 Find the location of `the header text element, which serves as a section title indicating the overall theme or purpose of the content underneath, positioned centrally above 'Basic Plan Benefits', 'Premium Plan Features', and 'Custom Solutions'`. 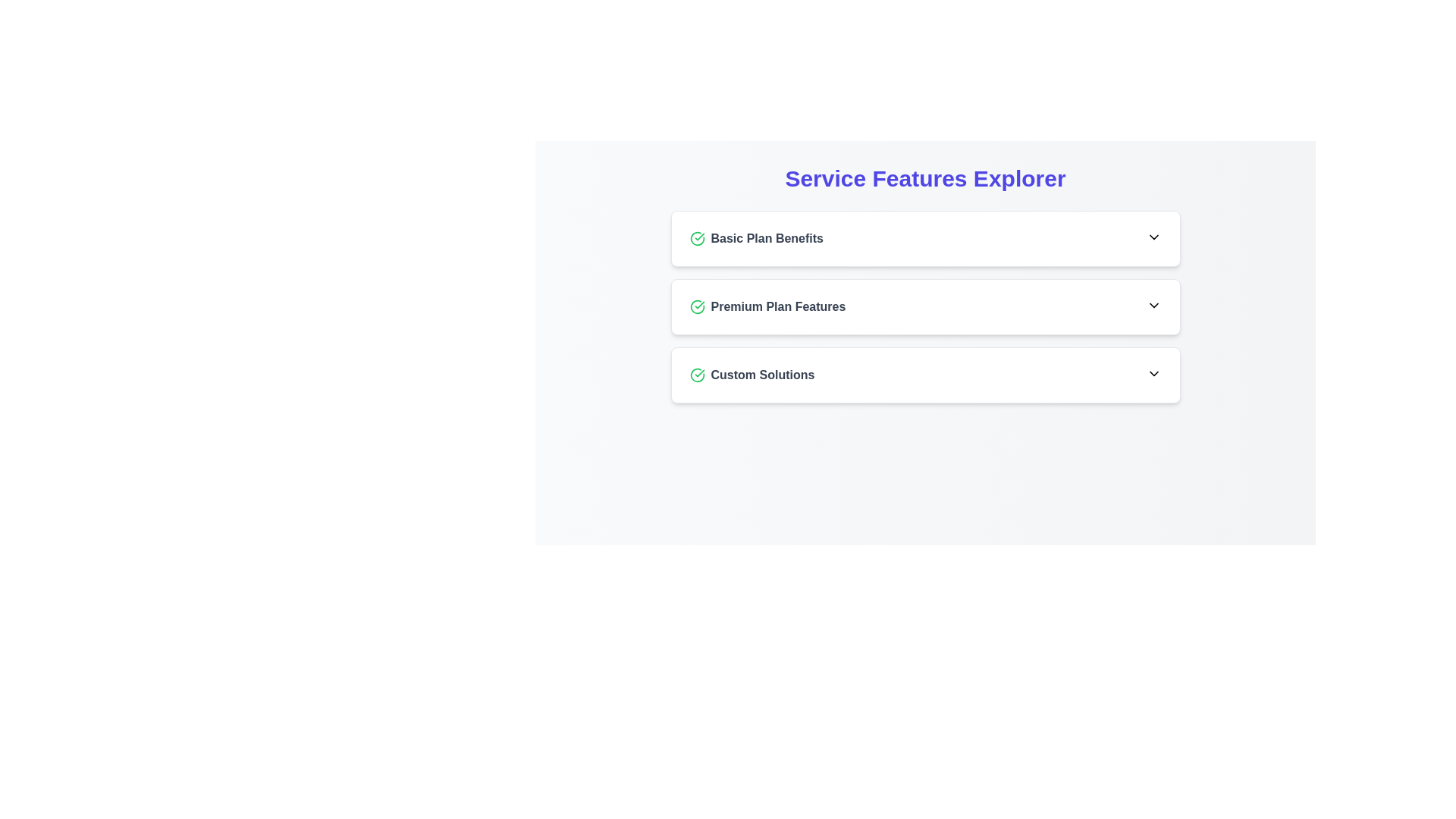

the header text element, which serves as a section title indicating the overall theme or purpose of the content underneath, positioned centrally above 'Basic Plan Benefits', 'Premium Plan Features', and 'Custom Solutions' is located at coordinates (924, 177).